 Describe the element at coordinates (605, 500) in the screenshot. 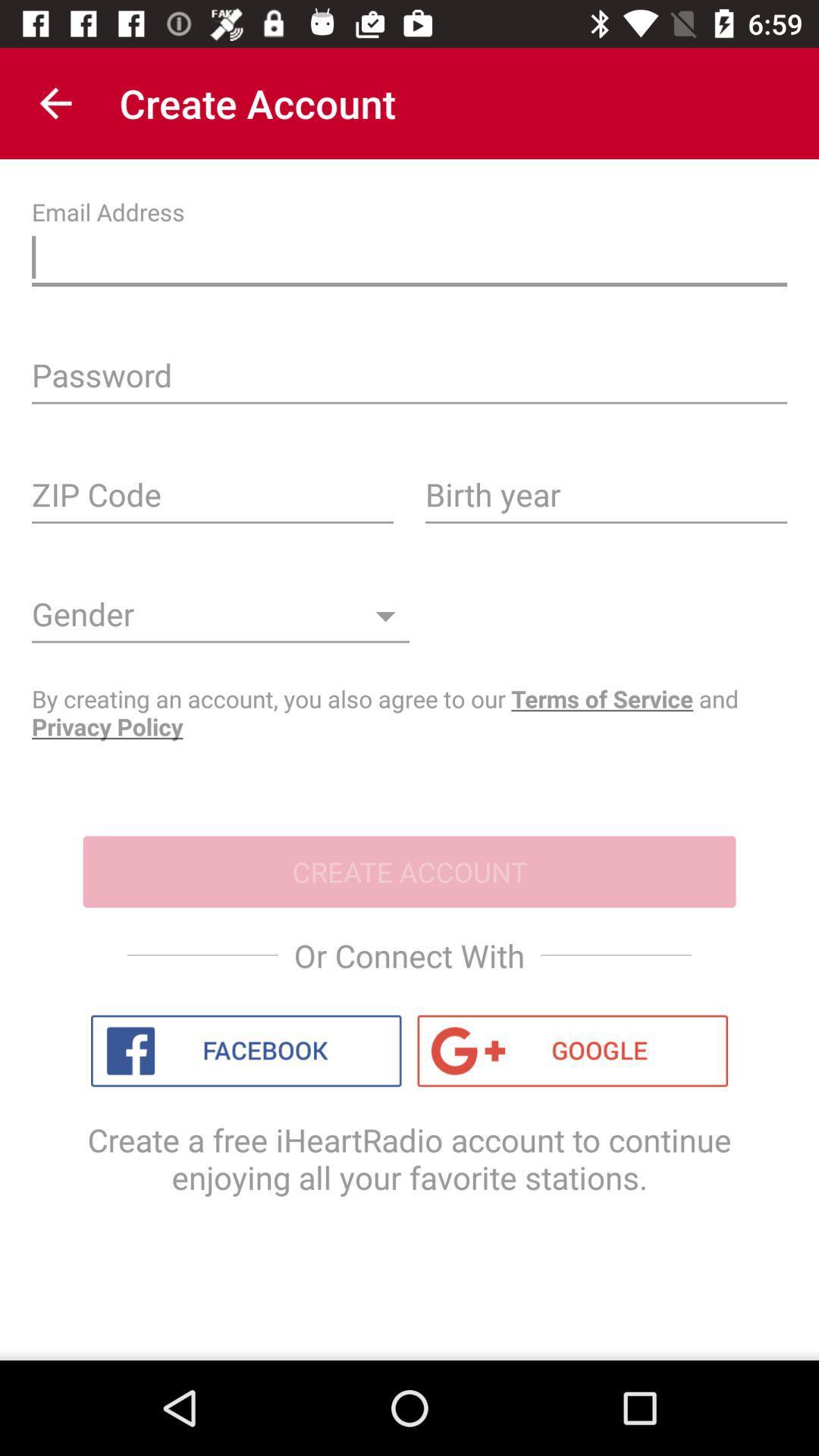

I see `birth year entered here` at that location.